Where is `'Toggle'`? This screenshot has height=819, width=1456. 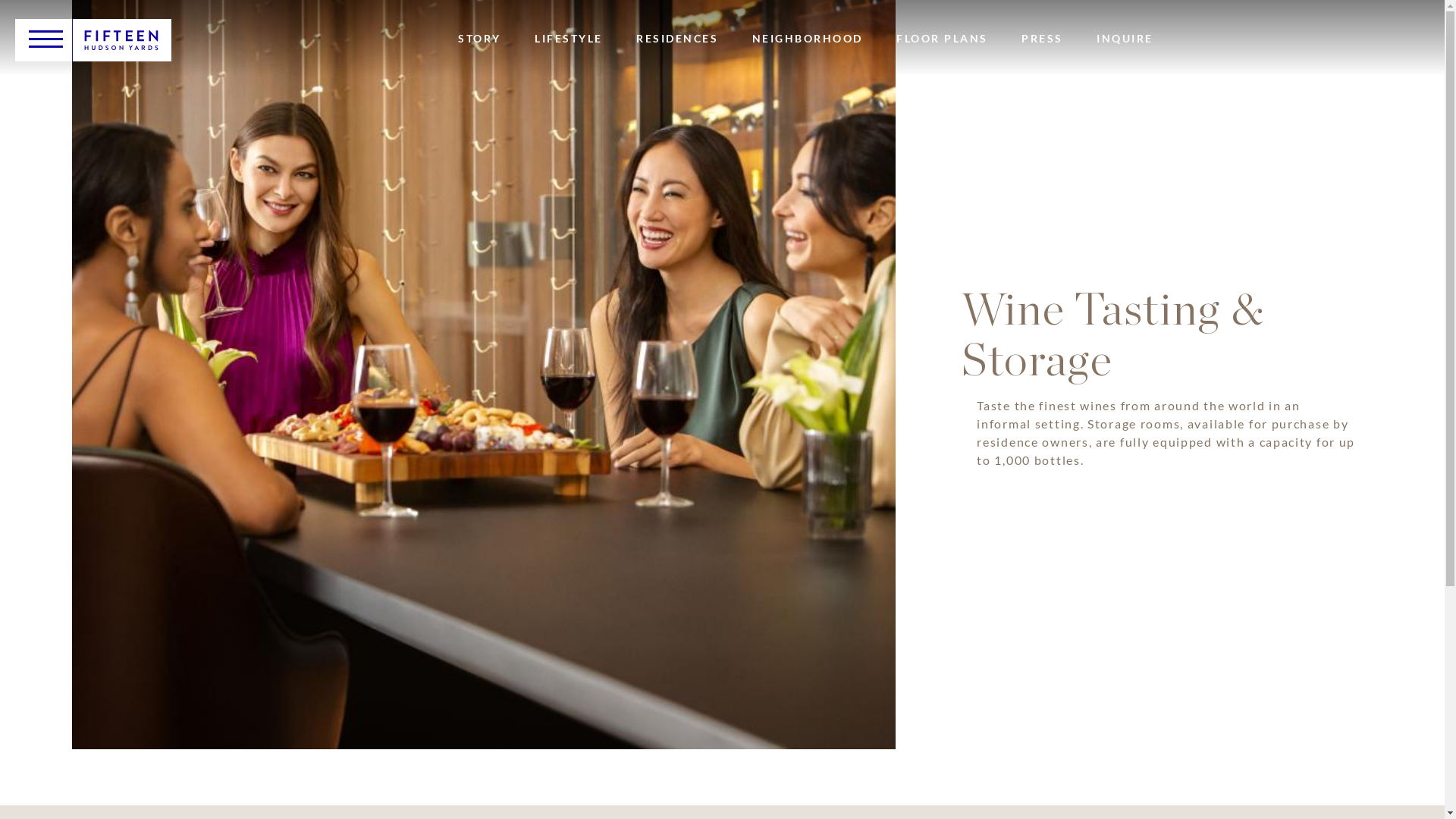 'Toggle' is located at coordinates (45, 38).